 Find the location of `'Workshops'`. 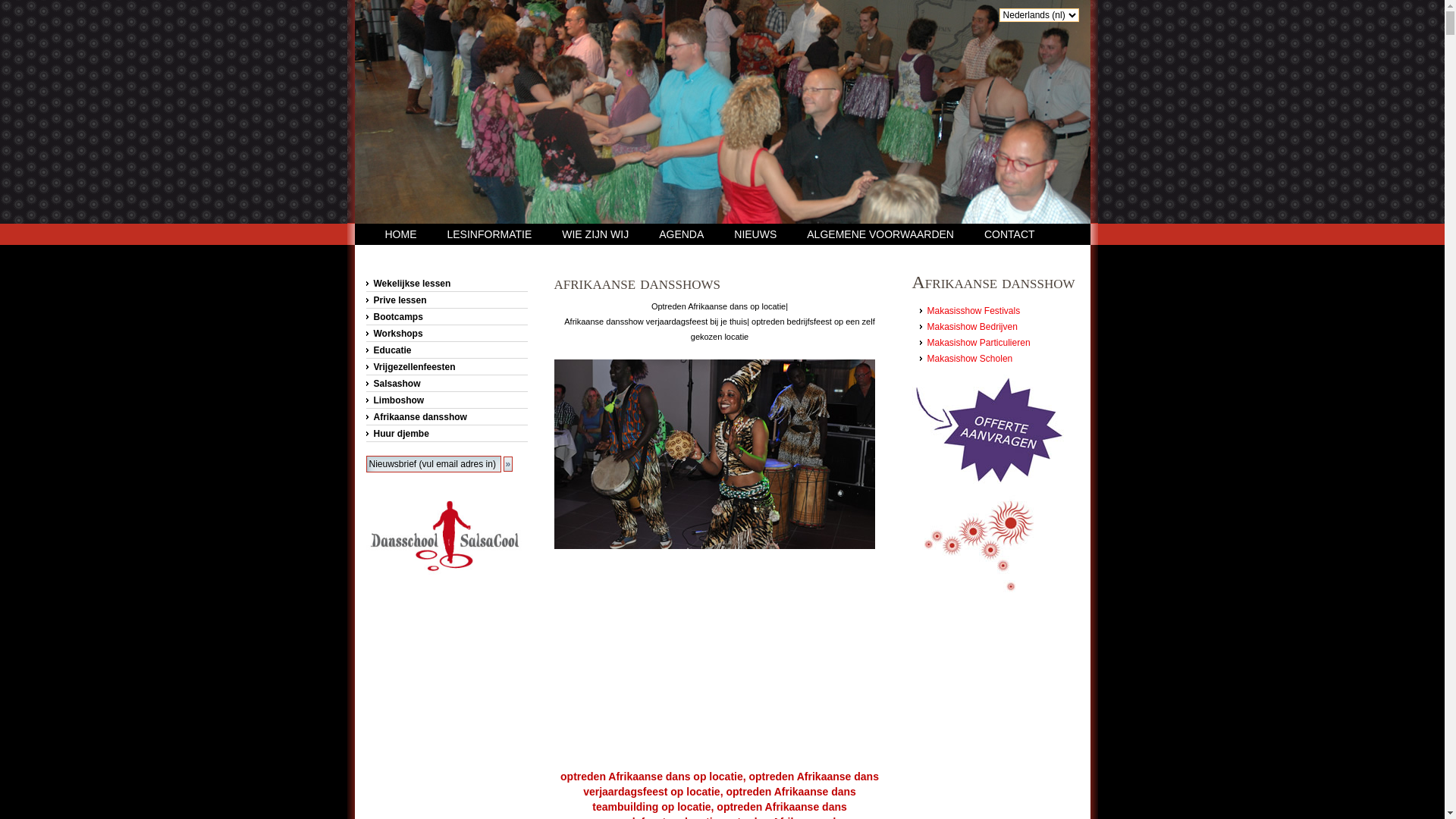

'Workshops' is located at coordinates (445, 332).